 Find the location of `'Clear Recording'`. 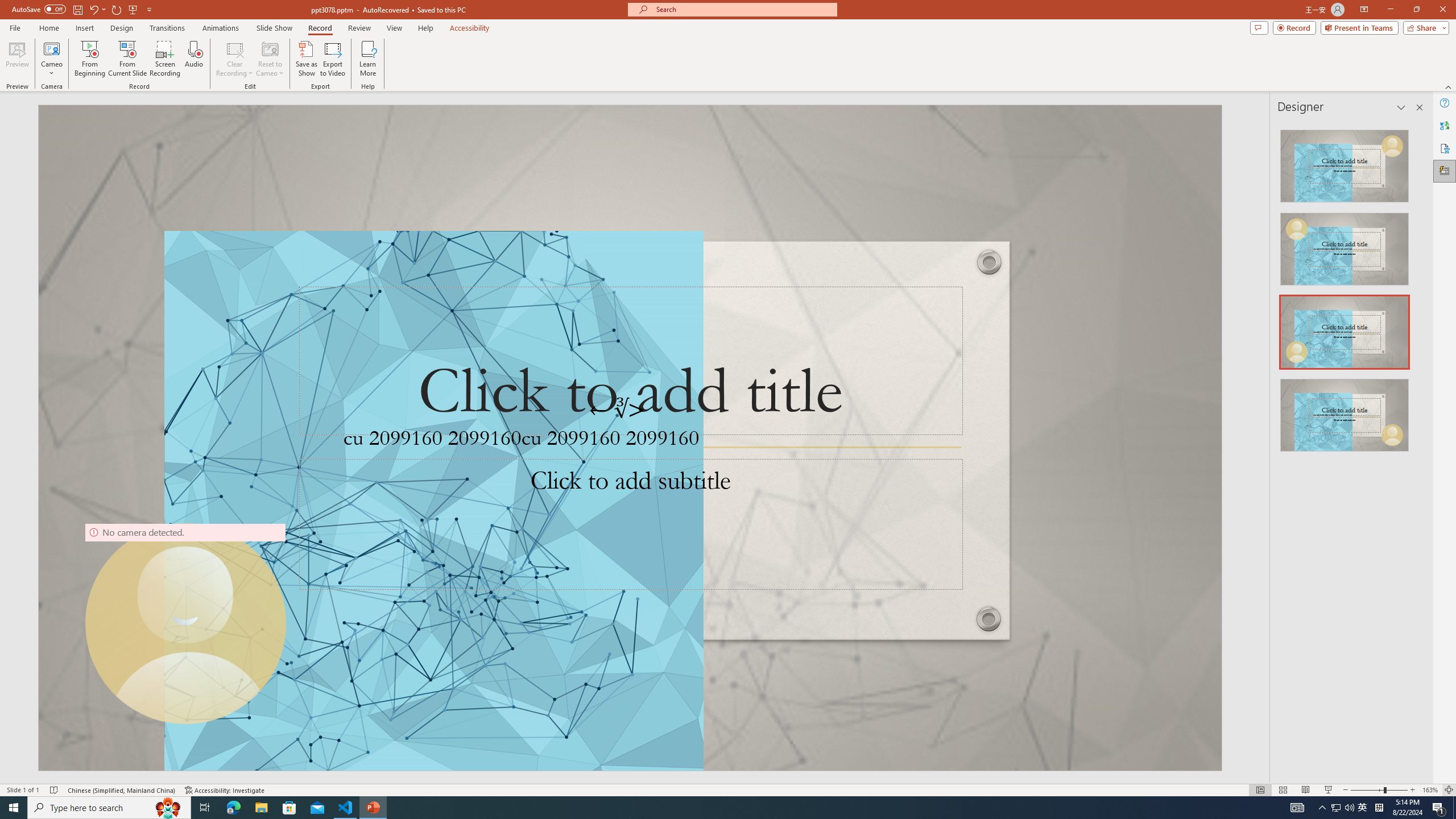

'Clear Recording' is located at coordinates (234, 59).